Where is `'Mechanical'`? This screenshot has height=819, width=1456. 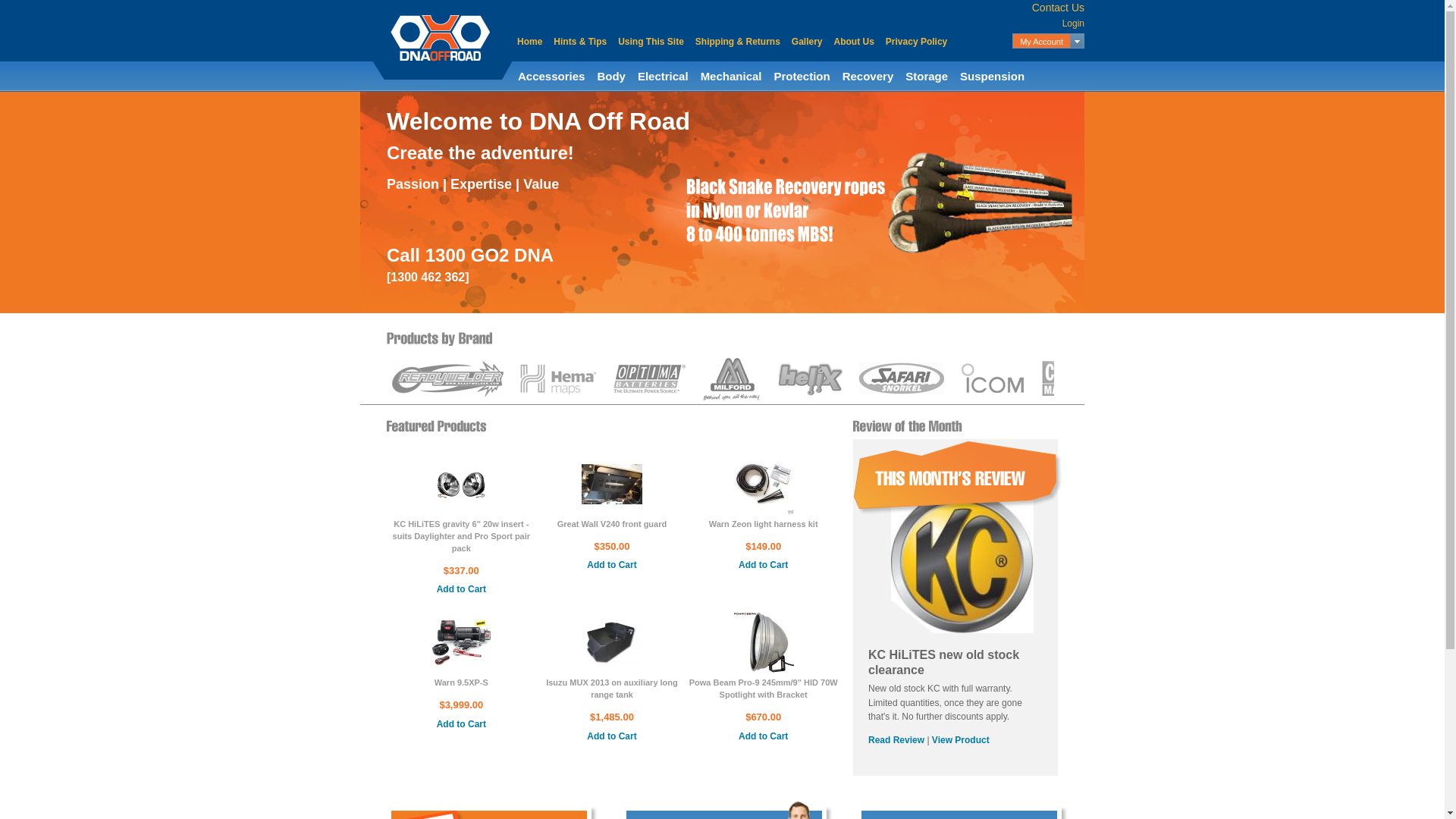
'Mechanical' is located at coordinates (731, 76).